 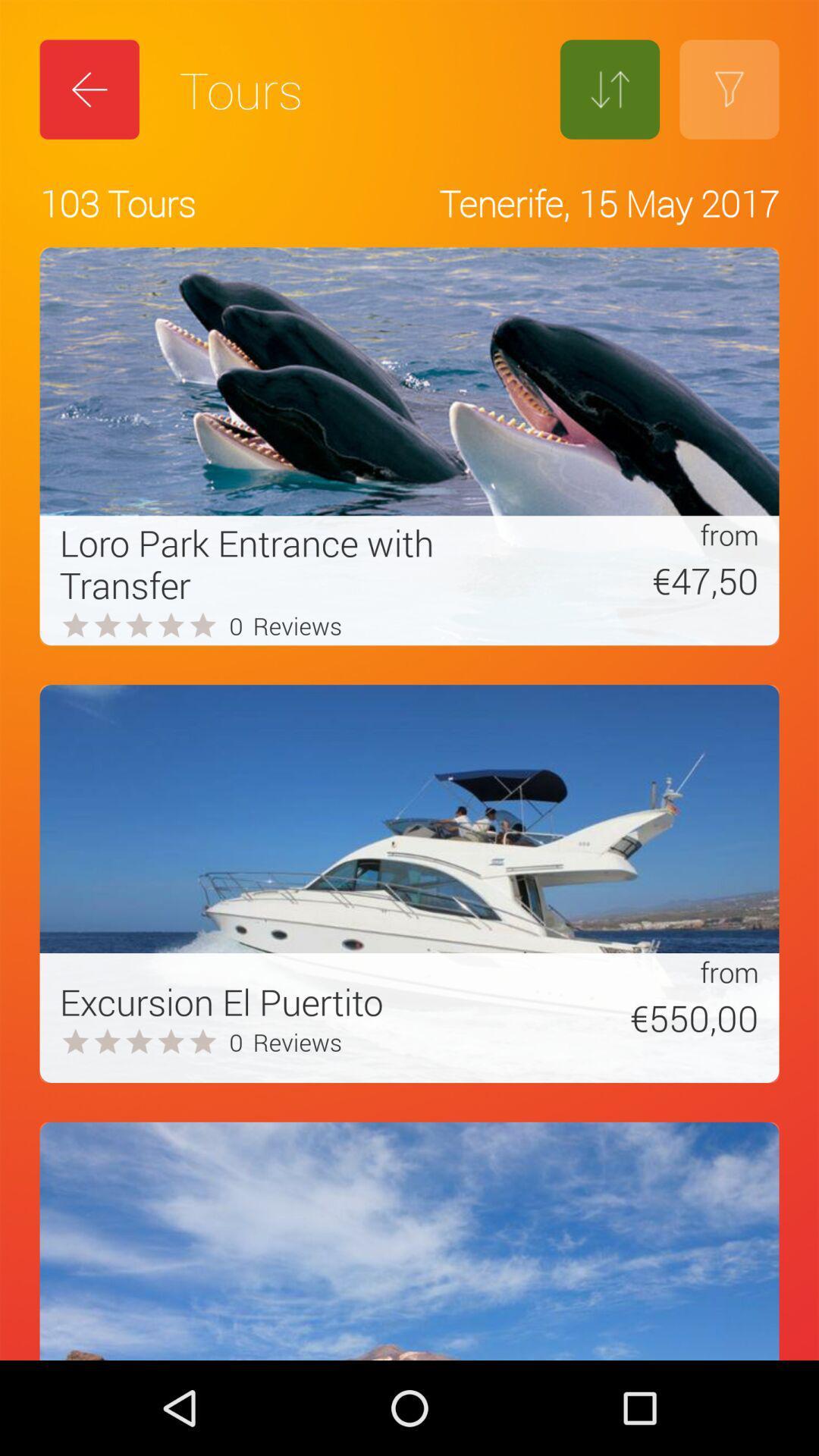 I want to click on the item to the right of the excursion el puertito item, so click(x=632, y=1018).